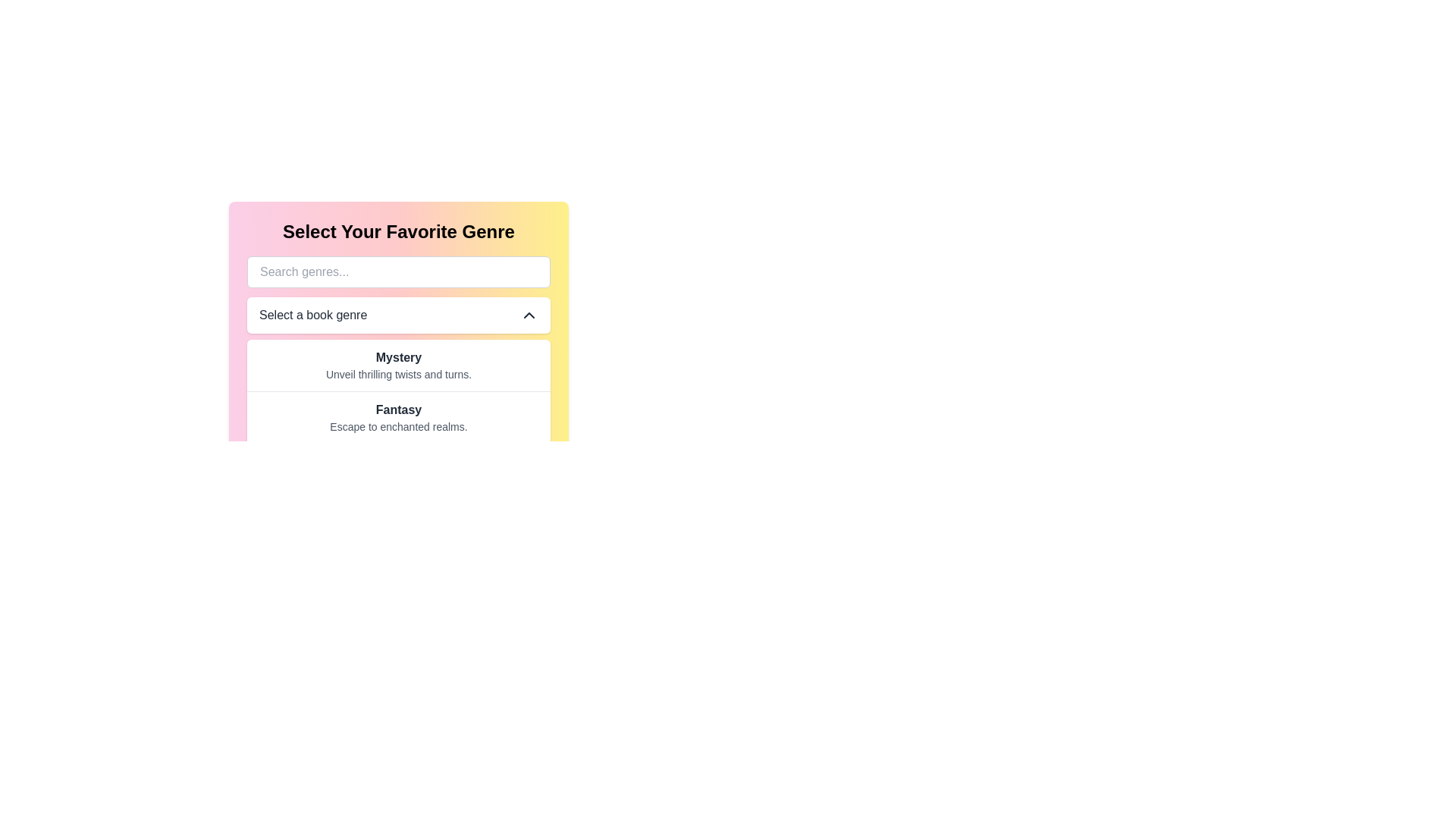  I want to click on the 'Fantasy' text label, which serves as an informational label for the genre category, positioned centrally above the descriptive text and below the previous genre entry, so click(399, 409).